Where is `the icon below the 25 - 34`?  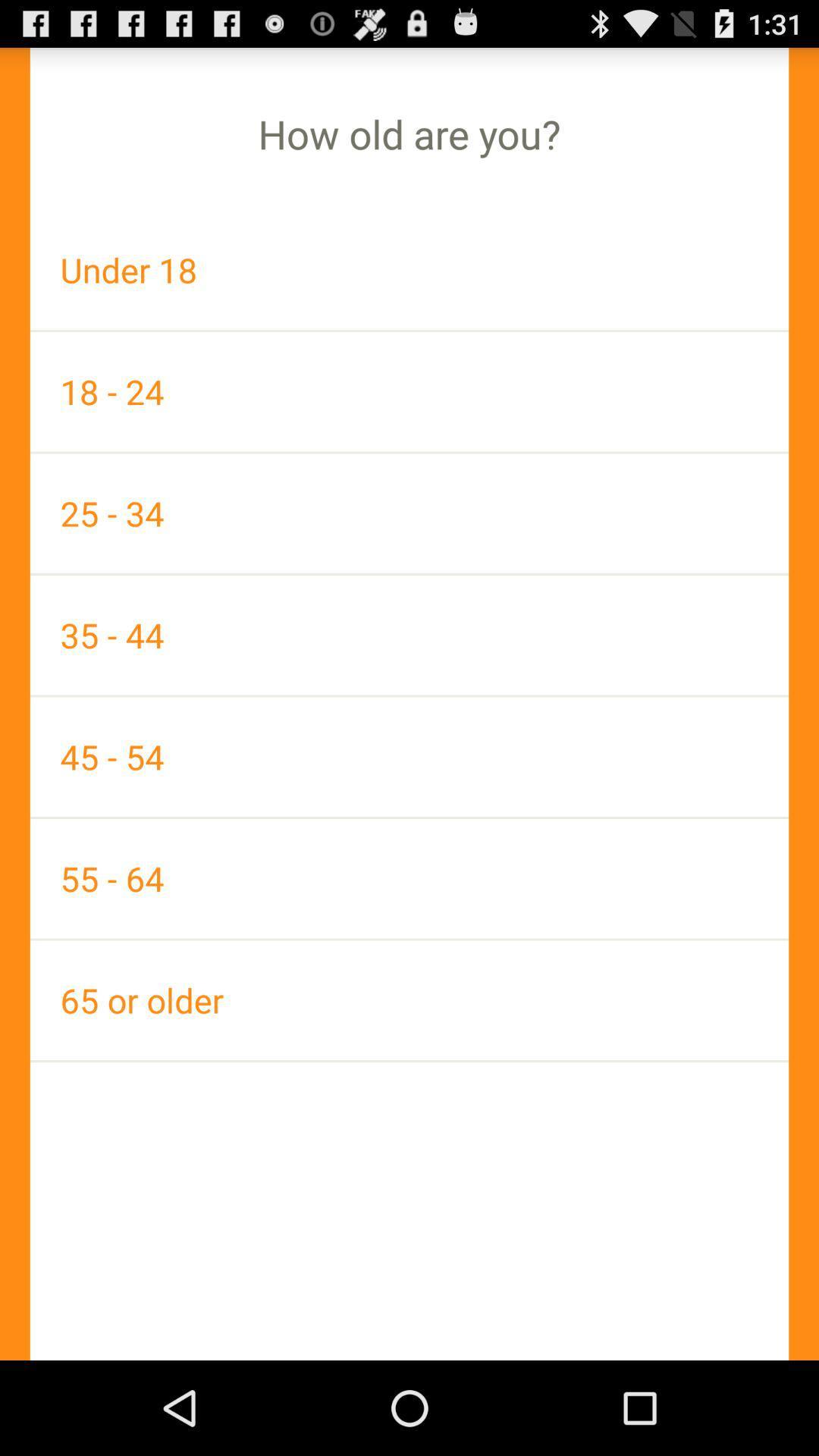
the icon below the 25 - 34 is located at coordinates (409, 635).